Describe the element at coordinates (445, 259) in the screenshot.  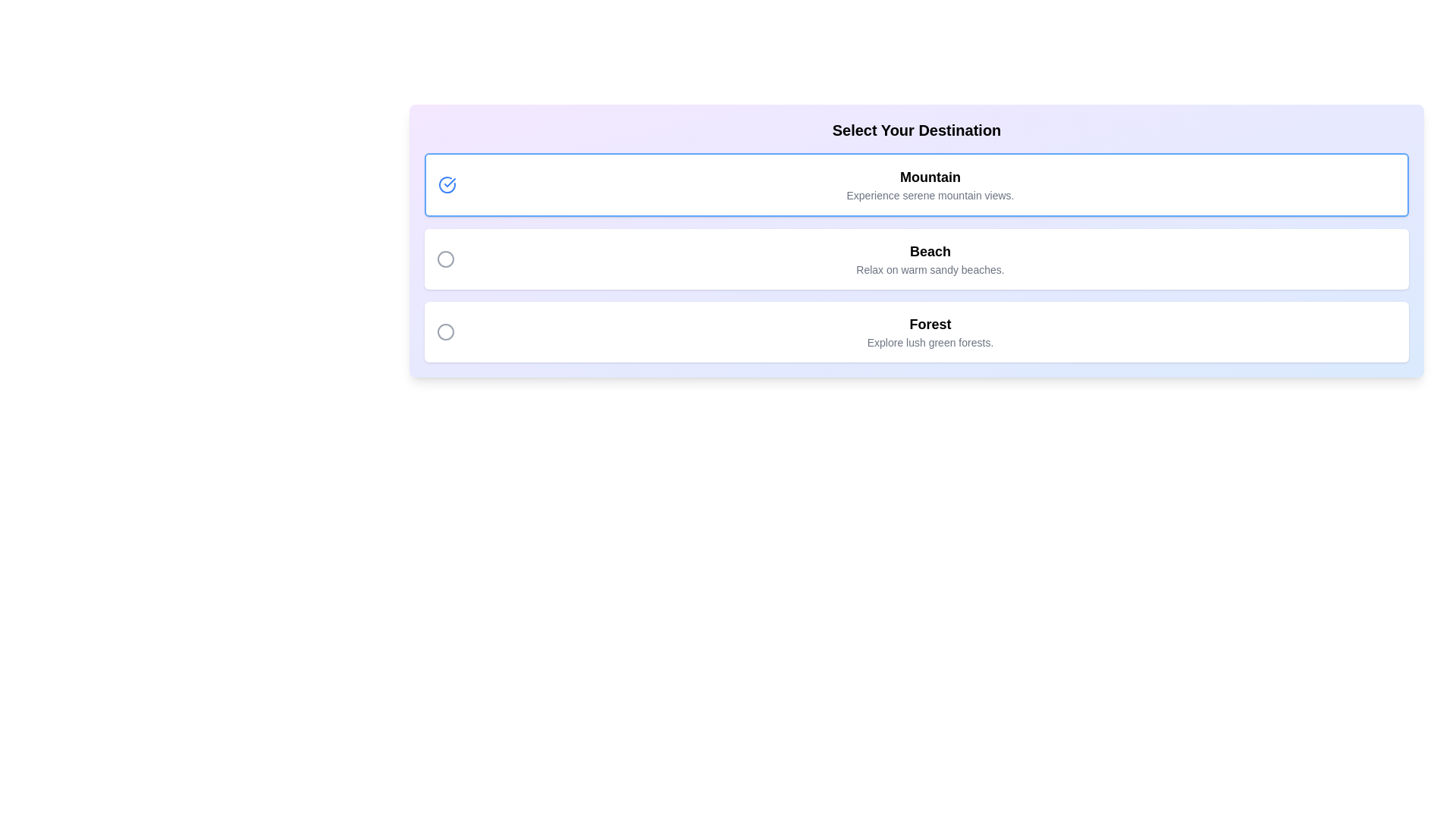
I see `the center of the second radio button in the vertical list labeled 'Beach'` at that location.